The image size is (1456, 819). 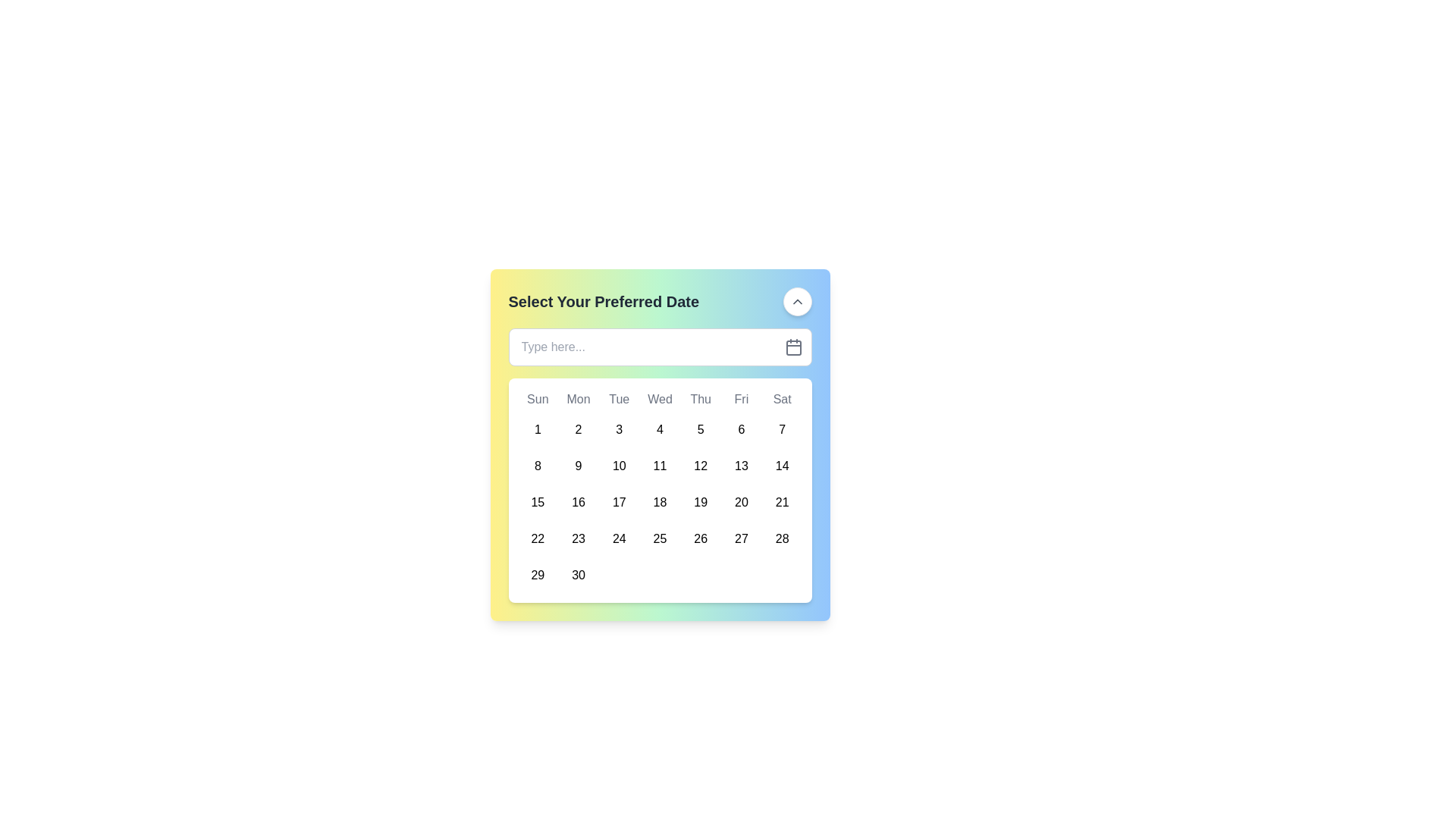 What do you see at coordinates (538, 576) in the screenshot?
I see `the selectable date button located in the last row of the calendar under the 'Sun' column` at bounding box center [538, 576].